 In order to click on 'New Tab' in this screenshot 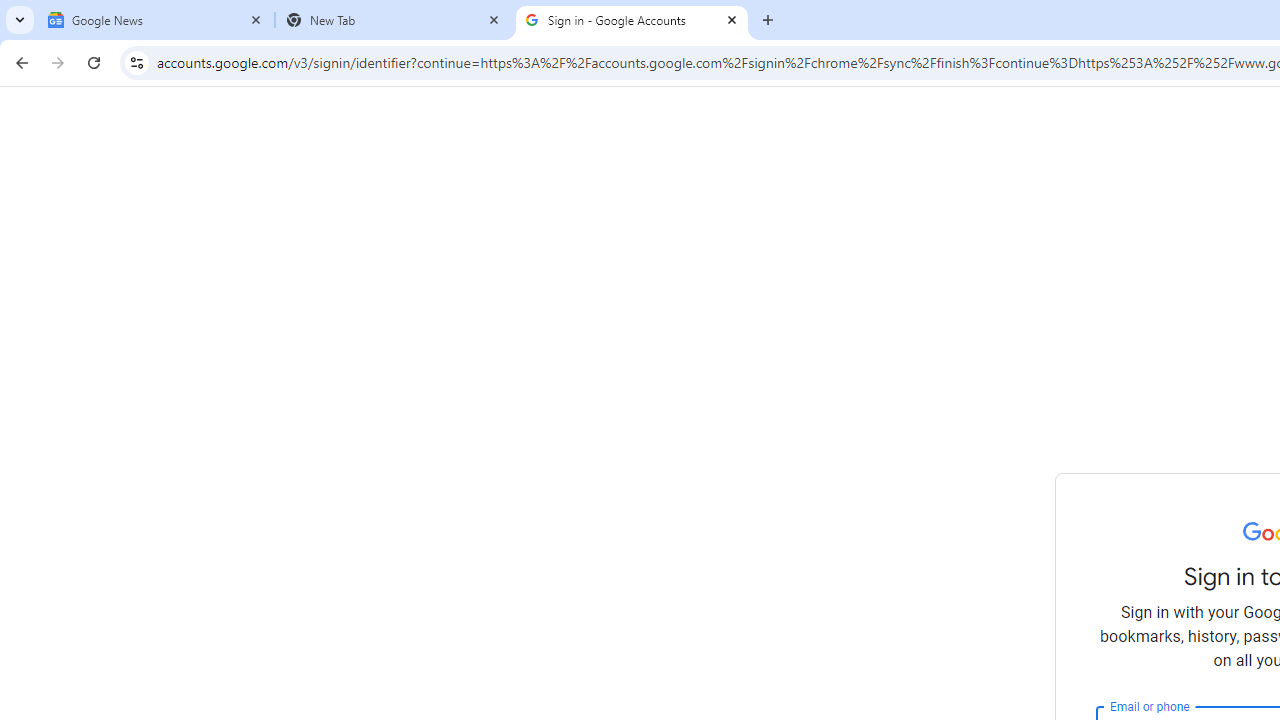, I will do `click(394, 20)`.